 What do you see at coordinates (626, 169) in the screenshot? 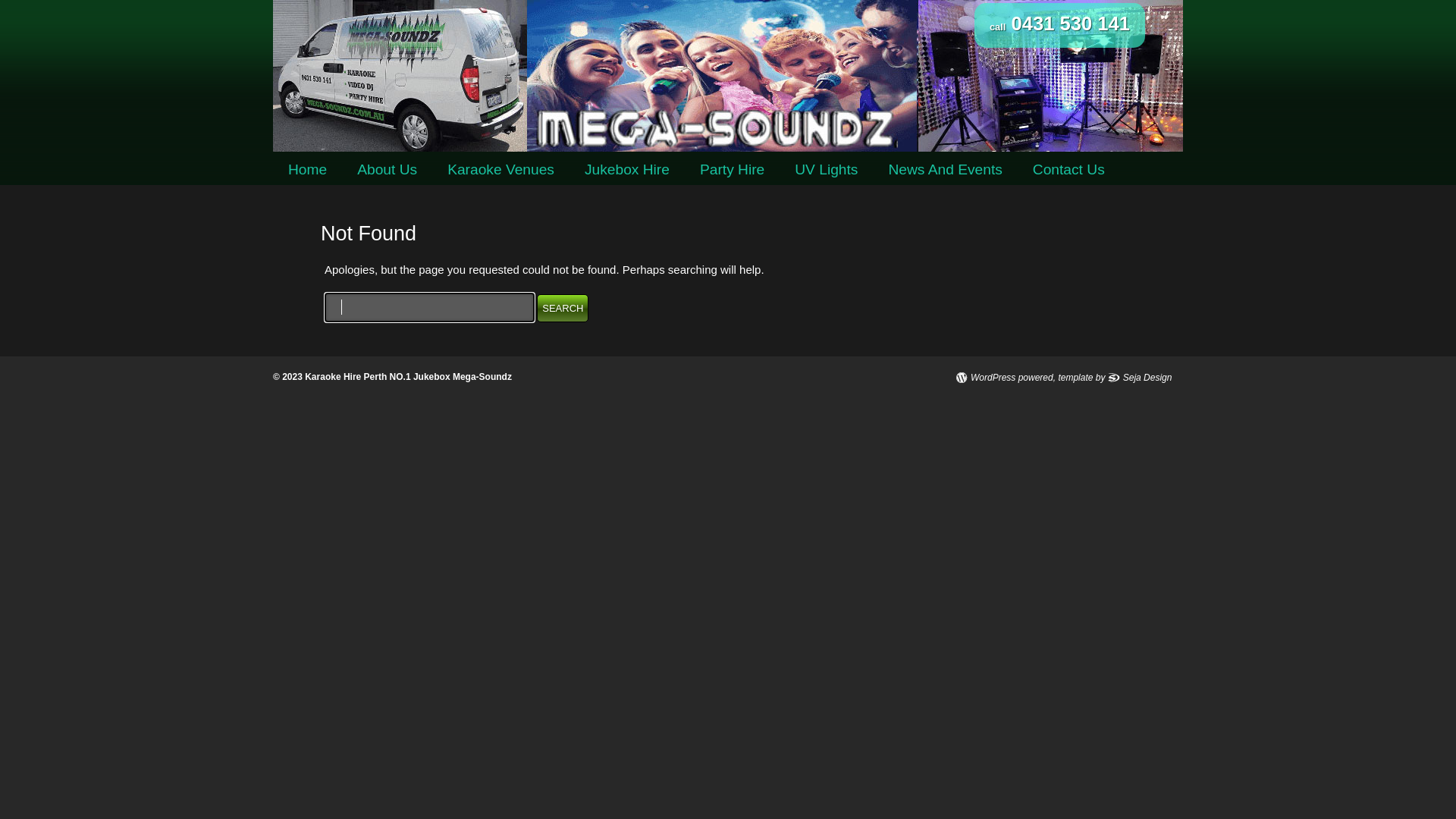
I see `'Jukebox Hire'` at bounding box center [626, 169].